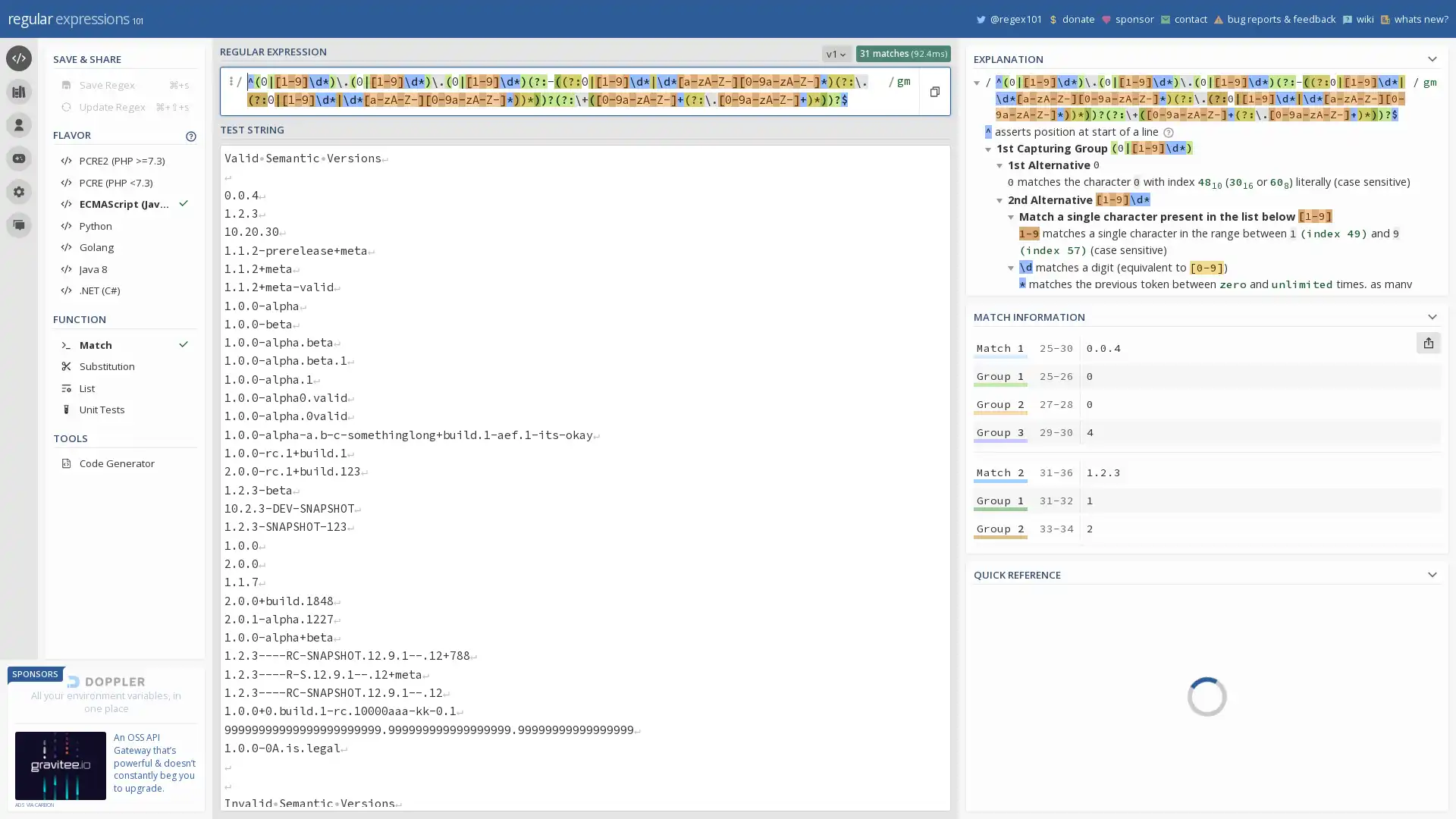 The image size is (1456, 819). I want to click on Collapse Subtree, so click(1013, 593).